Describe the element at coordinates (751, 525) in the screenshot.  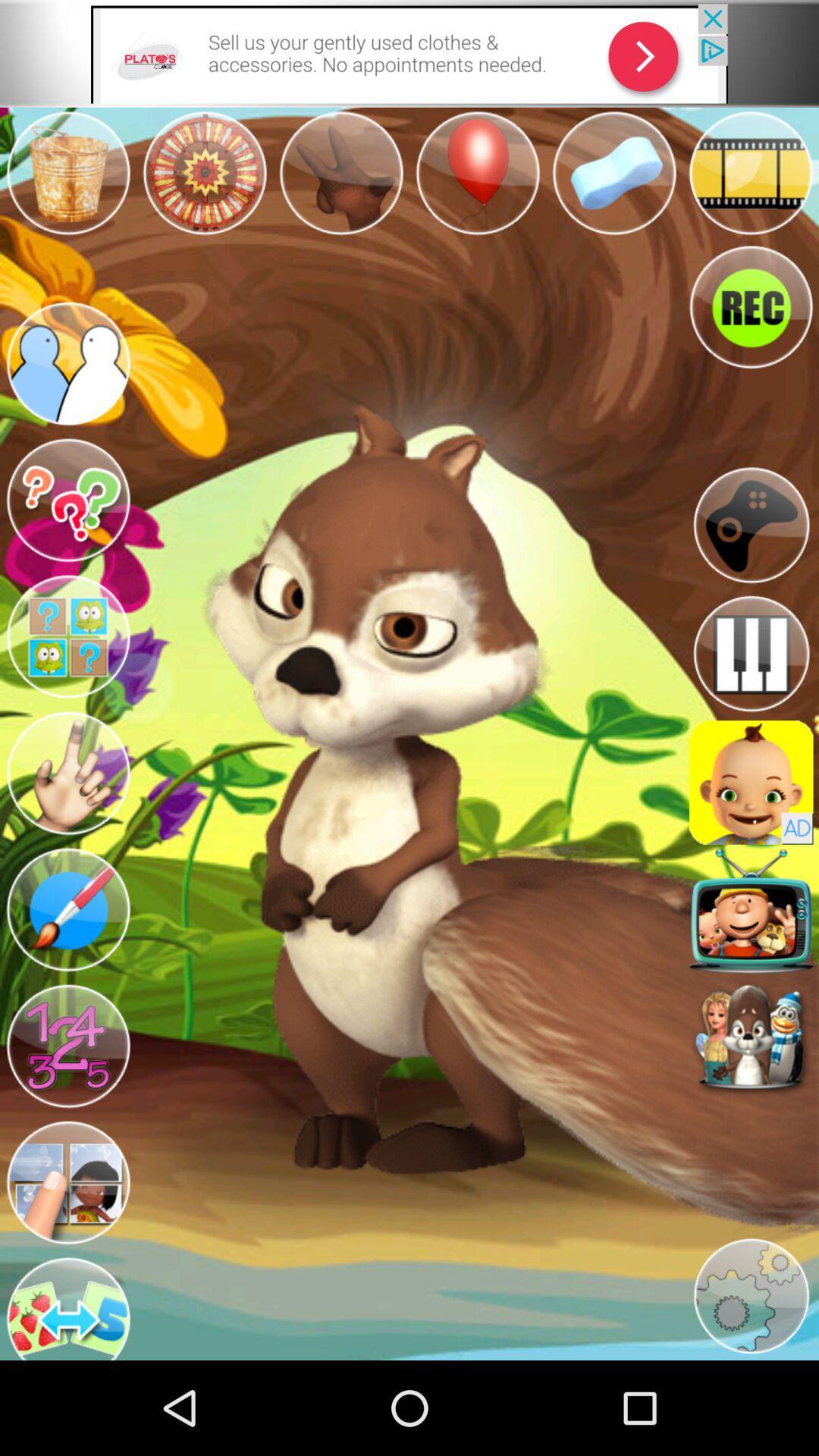
I see `option` at that location.